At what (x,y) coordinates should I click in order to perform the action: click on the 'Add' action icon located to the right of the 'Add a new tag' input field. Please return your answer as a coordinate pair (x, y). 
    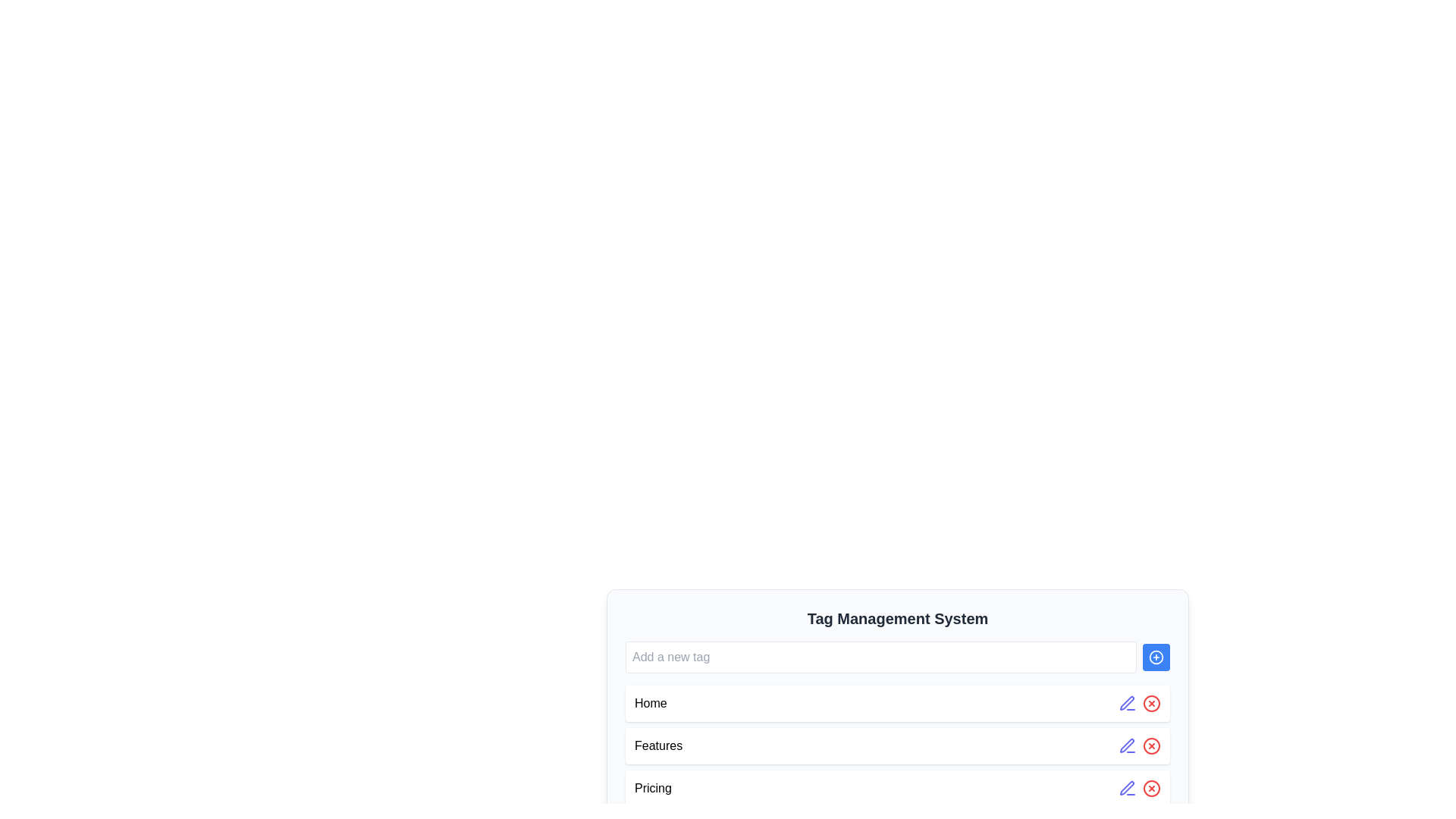
    Looking at the image, I should click on (1156, 657).